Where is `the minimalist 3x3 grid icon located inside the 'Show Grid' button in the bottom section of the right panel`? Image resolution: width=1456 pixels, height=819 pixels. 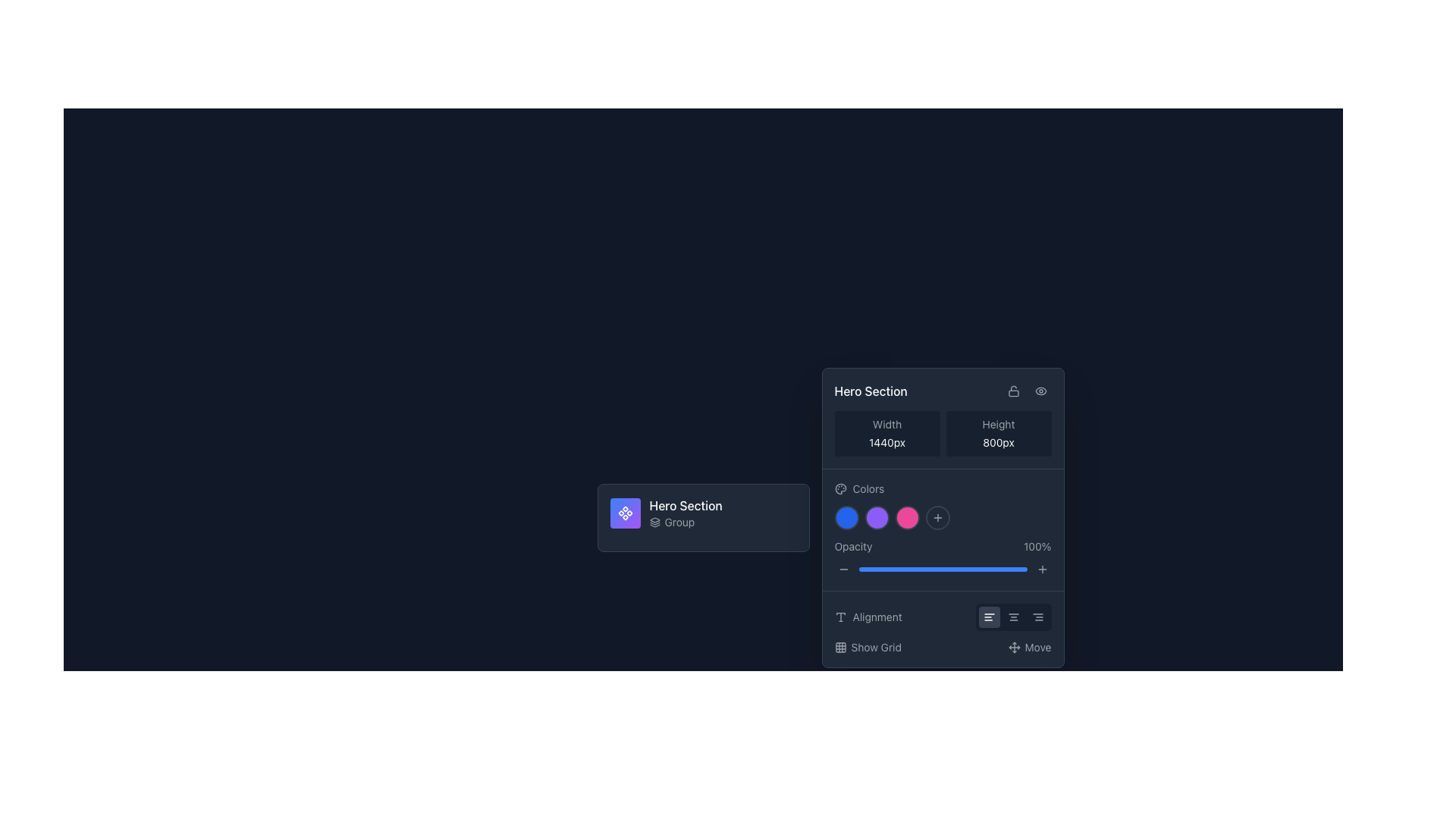
the minimalist 3x3 grid icon located inside the 'Show Grid' button in the bottom section of the right panel is located at coordinates (839, 647).